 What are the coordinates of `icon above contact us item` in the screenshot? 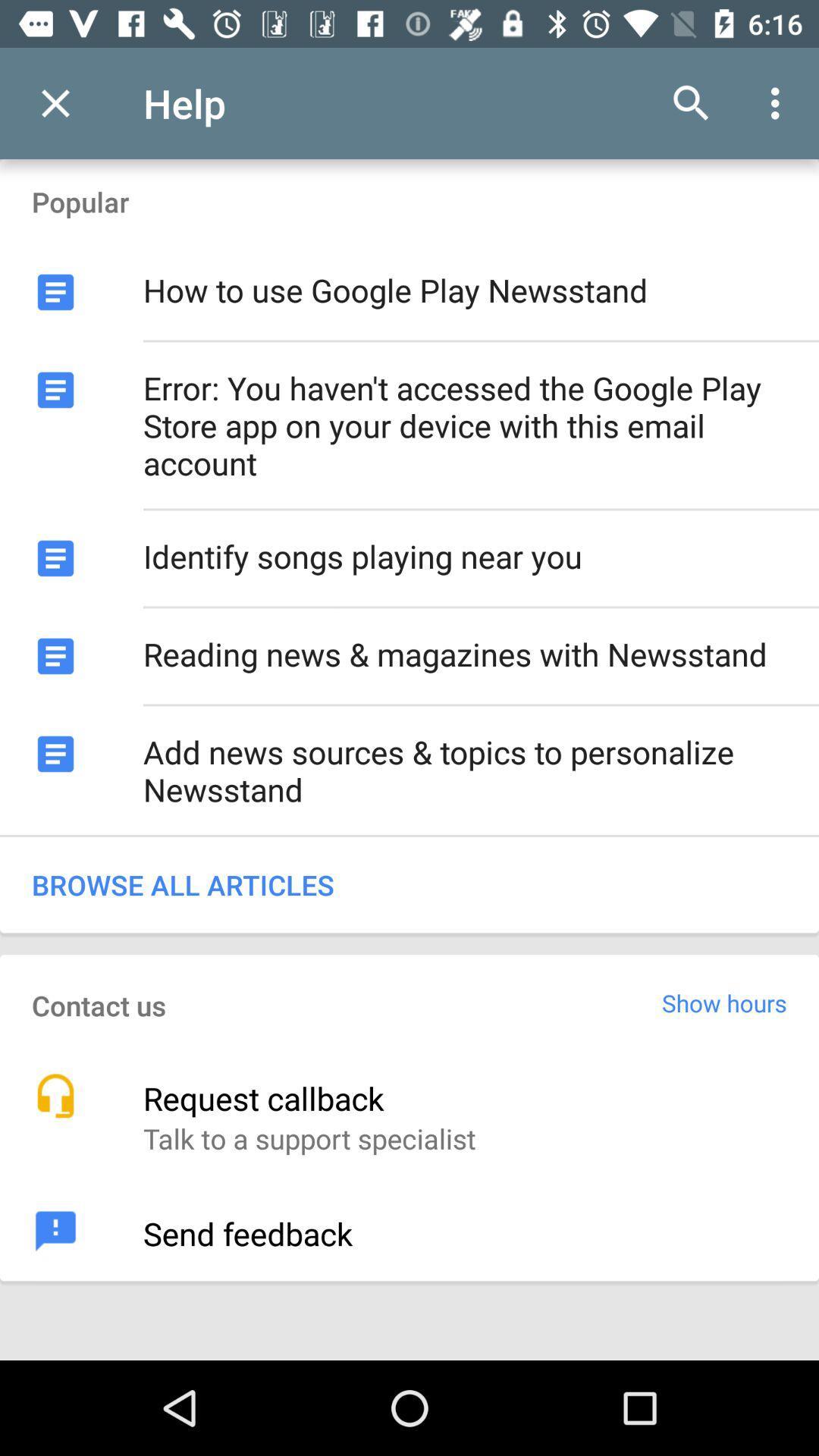 It's located at (409, 884).